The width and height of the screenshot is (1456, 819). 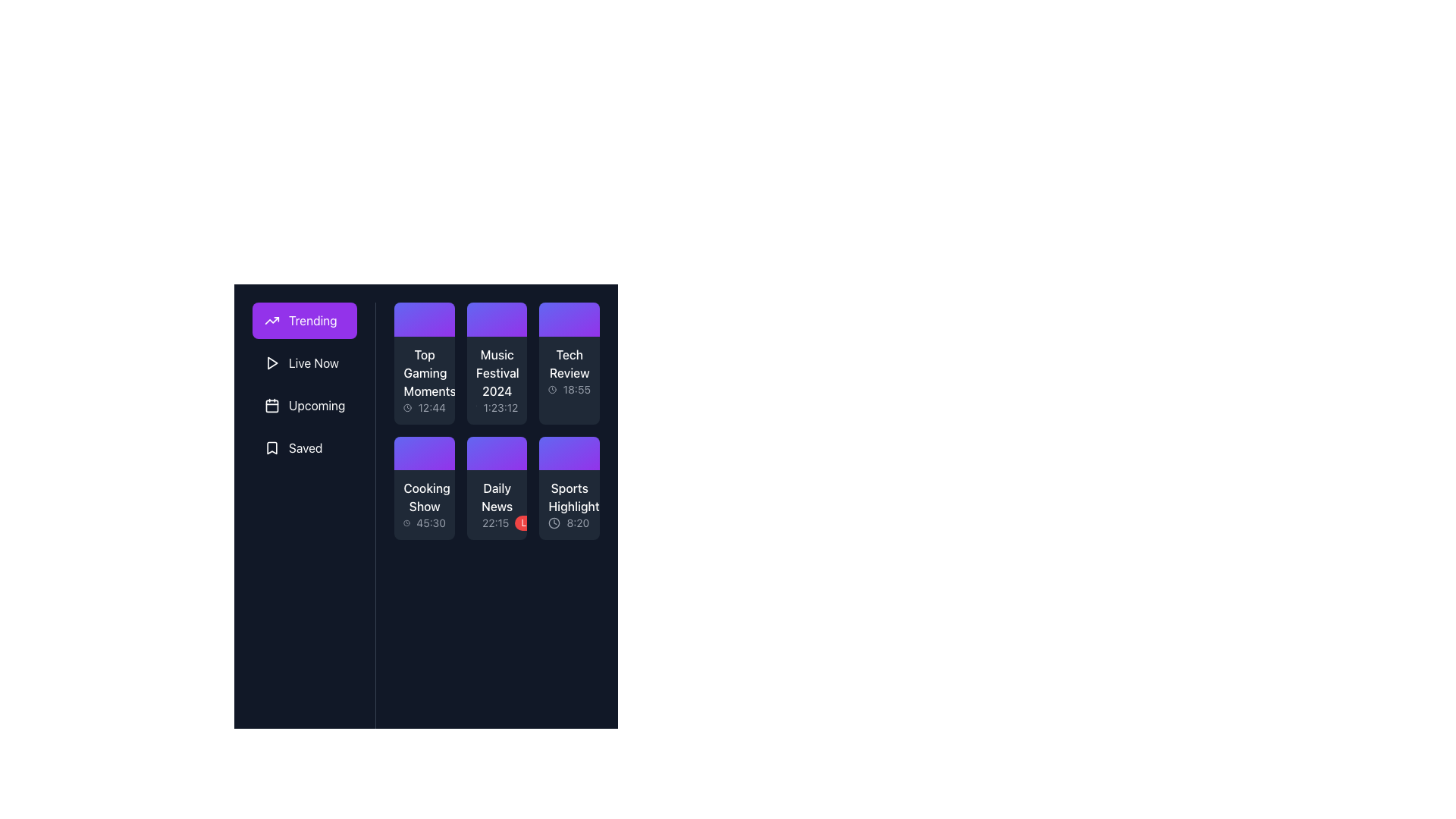 I want to click on the 'Daily News' text in the Information Card located in the second row of the grid layout under the 'Trending' section, so click(x=497, y=505).